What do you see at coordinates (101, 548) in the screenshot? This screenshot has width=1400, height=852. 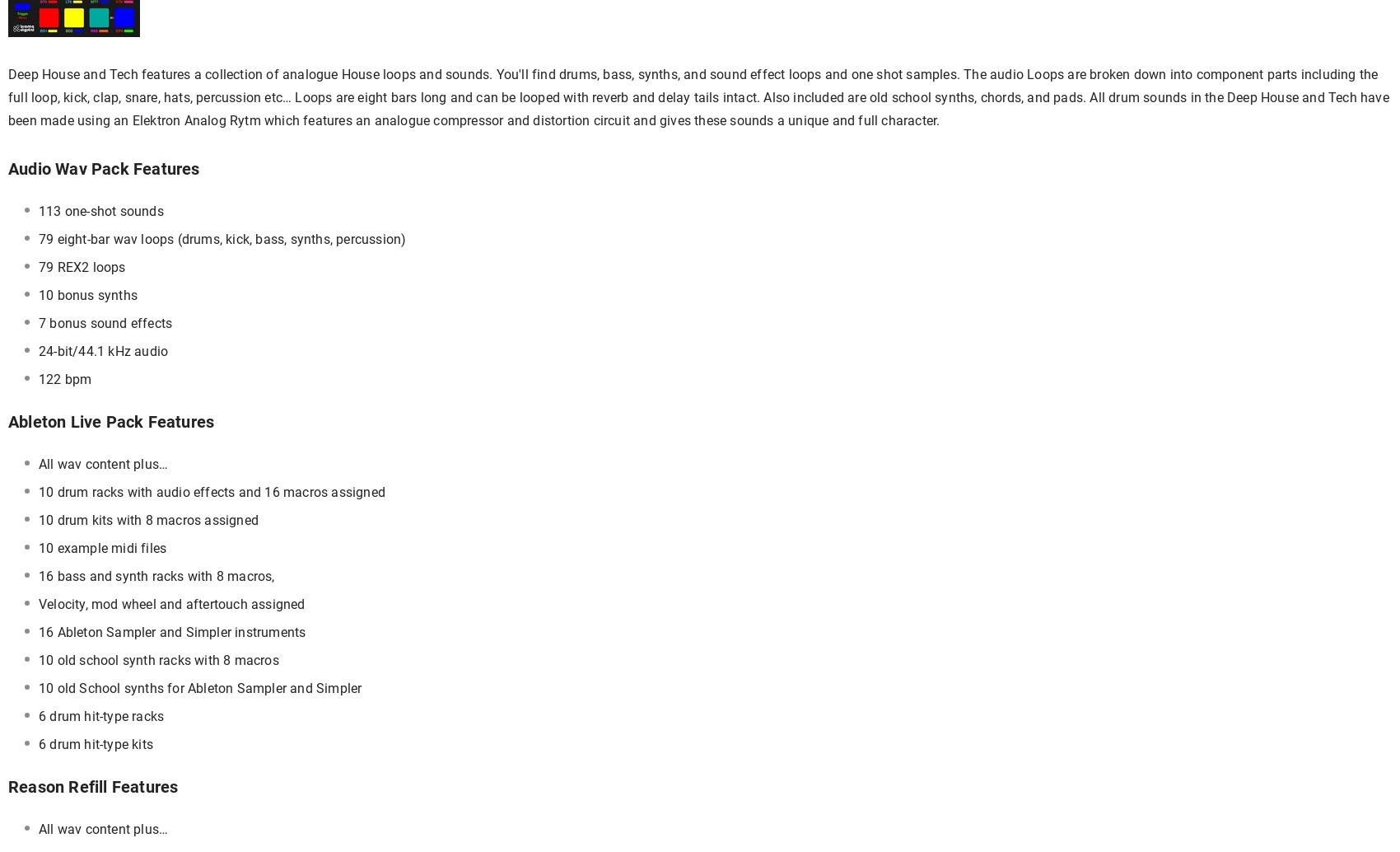 I see `'10 example midi files'` at bounding box center [101, 548].